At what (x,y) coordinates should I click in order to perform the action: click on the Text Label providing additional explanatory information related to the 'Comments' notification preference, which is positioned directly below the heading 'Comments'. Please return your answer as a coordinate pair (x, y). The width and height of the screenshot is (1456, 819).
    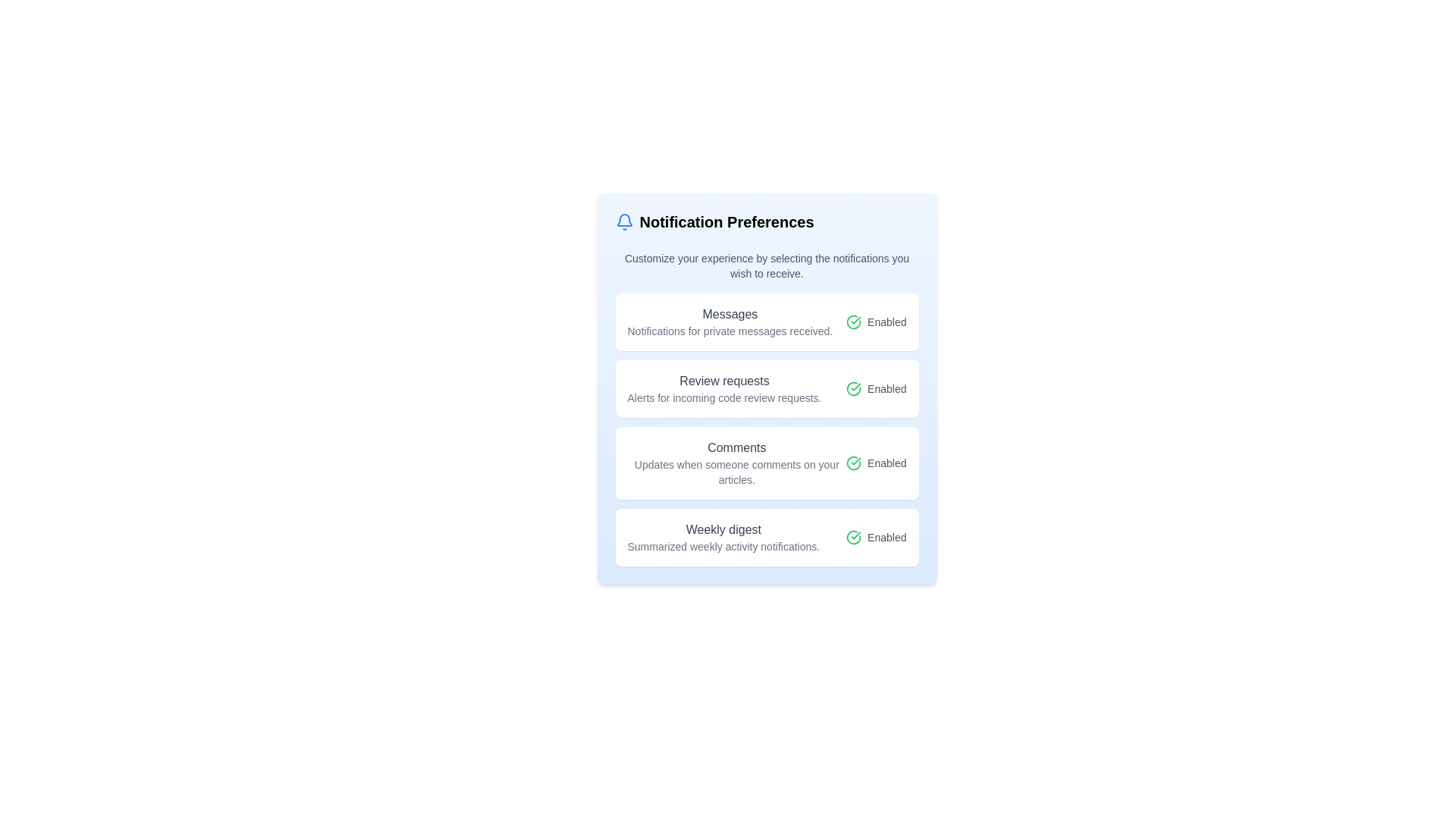
    Looking at the image, I should click on (736, 472).